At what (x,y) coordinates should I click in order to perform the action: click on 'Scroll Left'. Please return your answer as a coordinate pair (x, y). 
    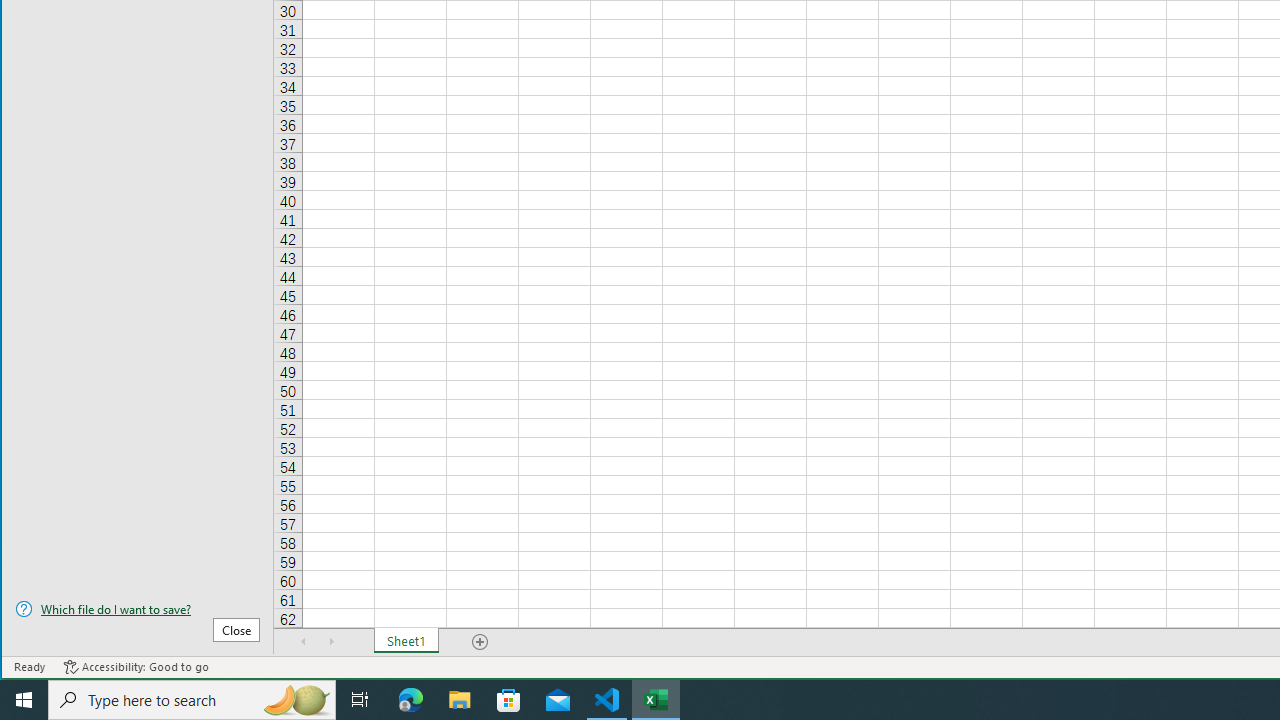
    Looking at the image, I should click on (303, 641).